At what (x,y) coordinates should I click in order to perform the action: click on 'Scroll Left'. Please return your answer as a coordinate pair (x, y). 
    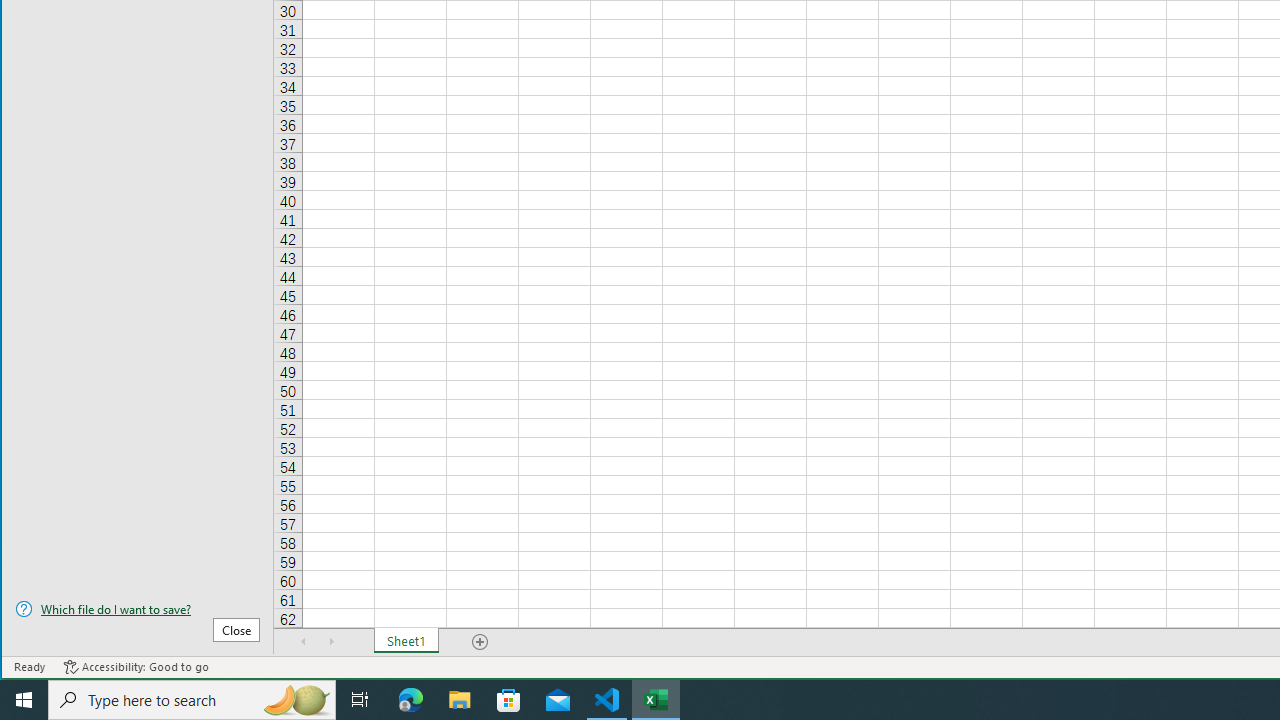
    Looking at the image, I should click on (303, 641).